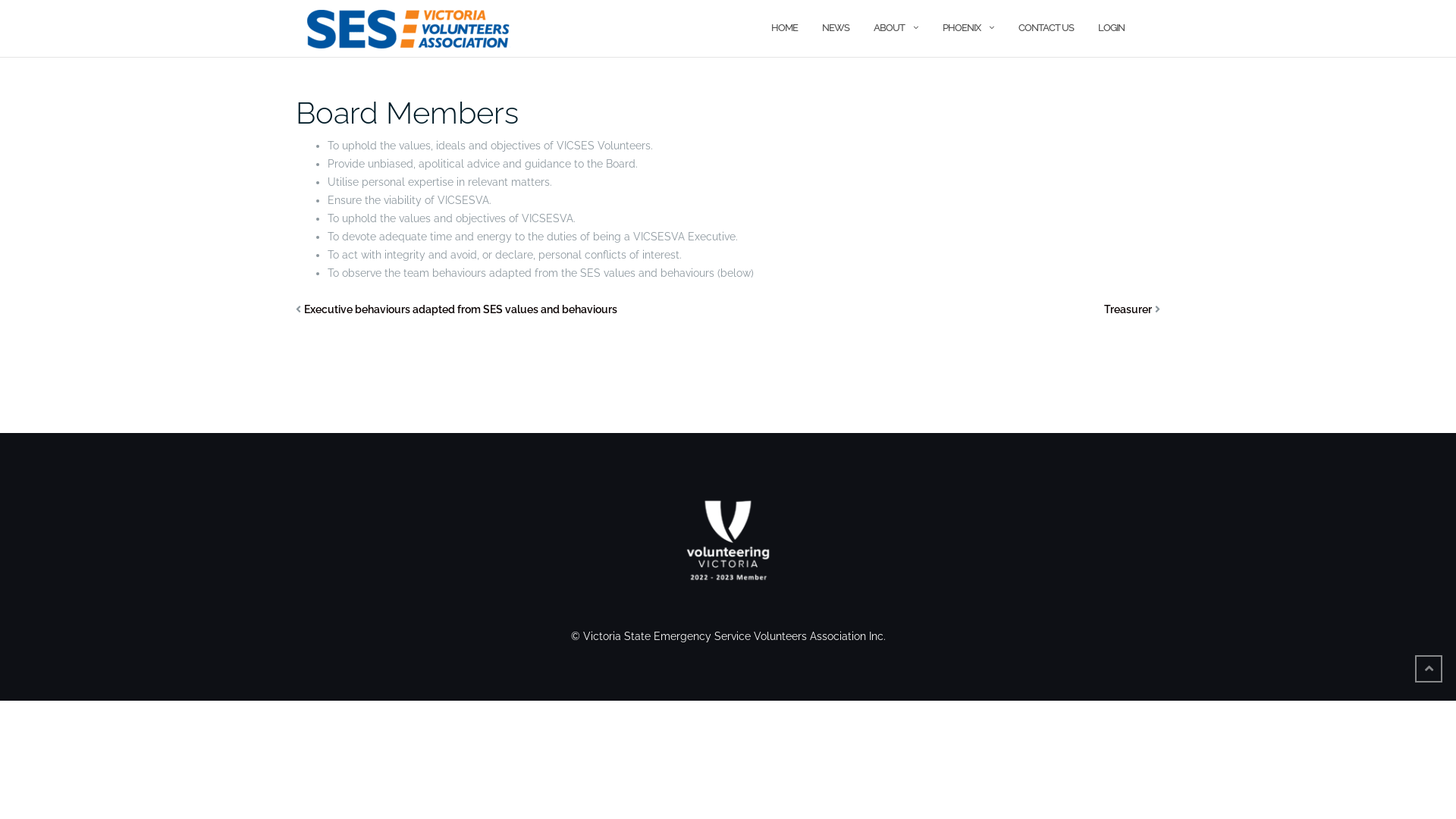  What do you see at coordinates (1045, 28) in the screenshot?
I see `'CONTACT US'` at bounding box center [1045, 28].